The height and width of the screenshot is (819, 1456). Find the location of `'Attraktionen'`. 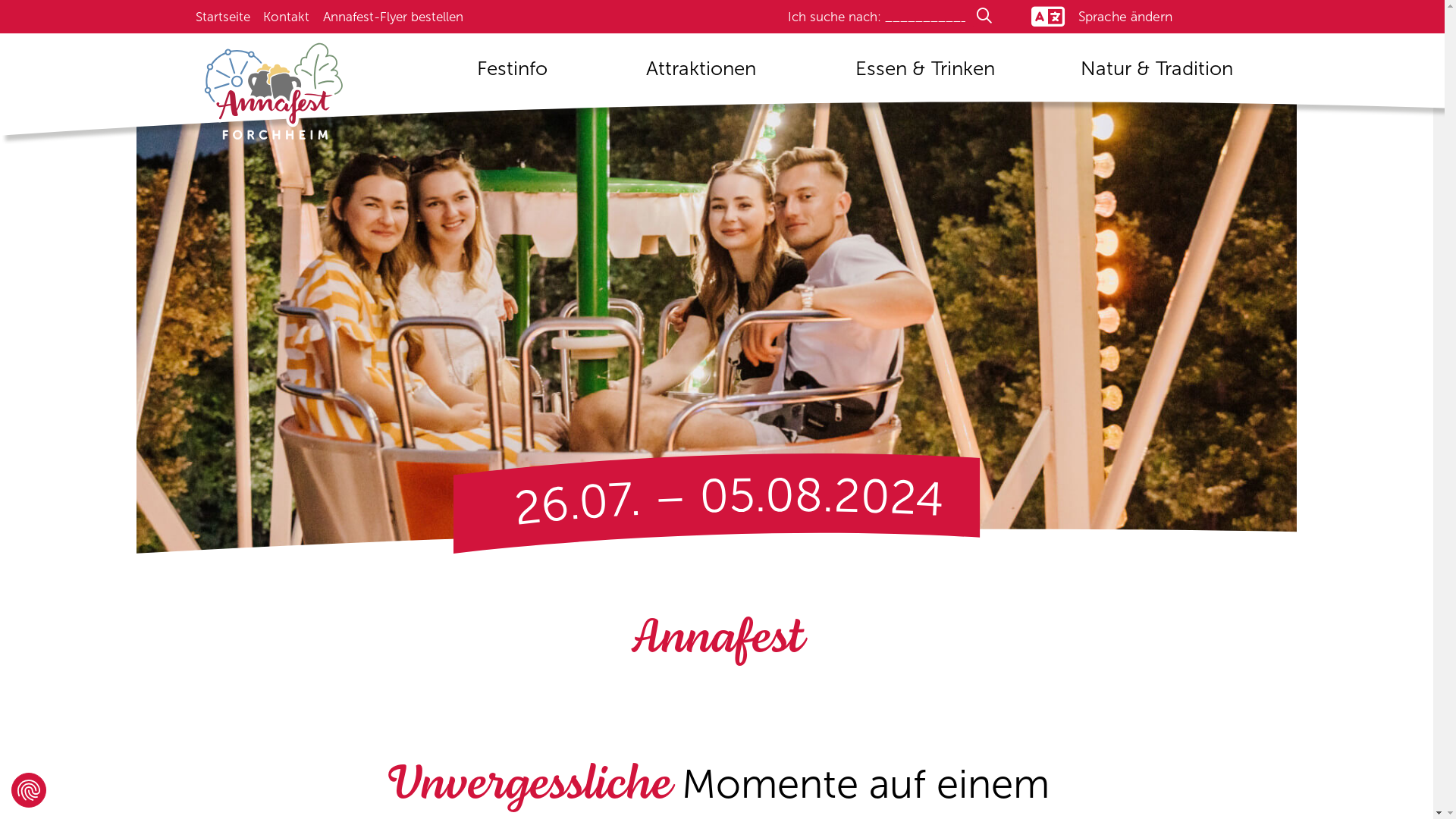

'Attraktionen' is located at coordinates (701, 74).